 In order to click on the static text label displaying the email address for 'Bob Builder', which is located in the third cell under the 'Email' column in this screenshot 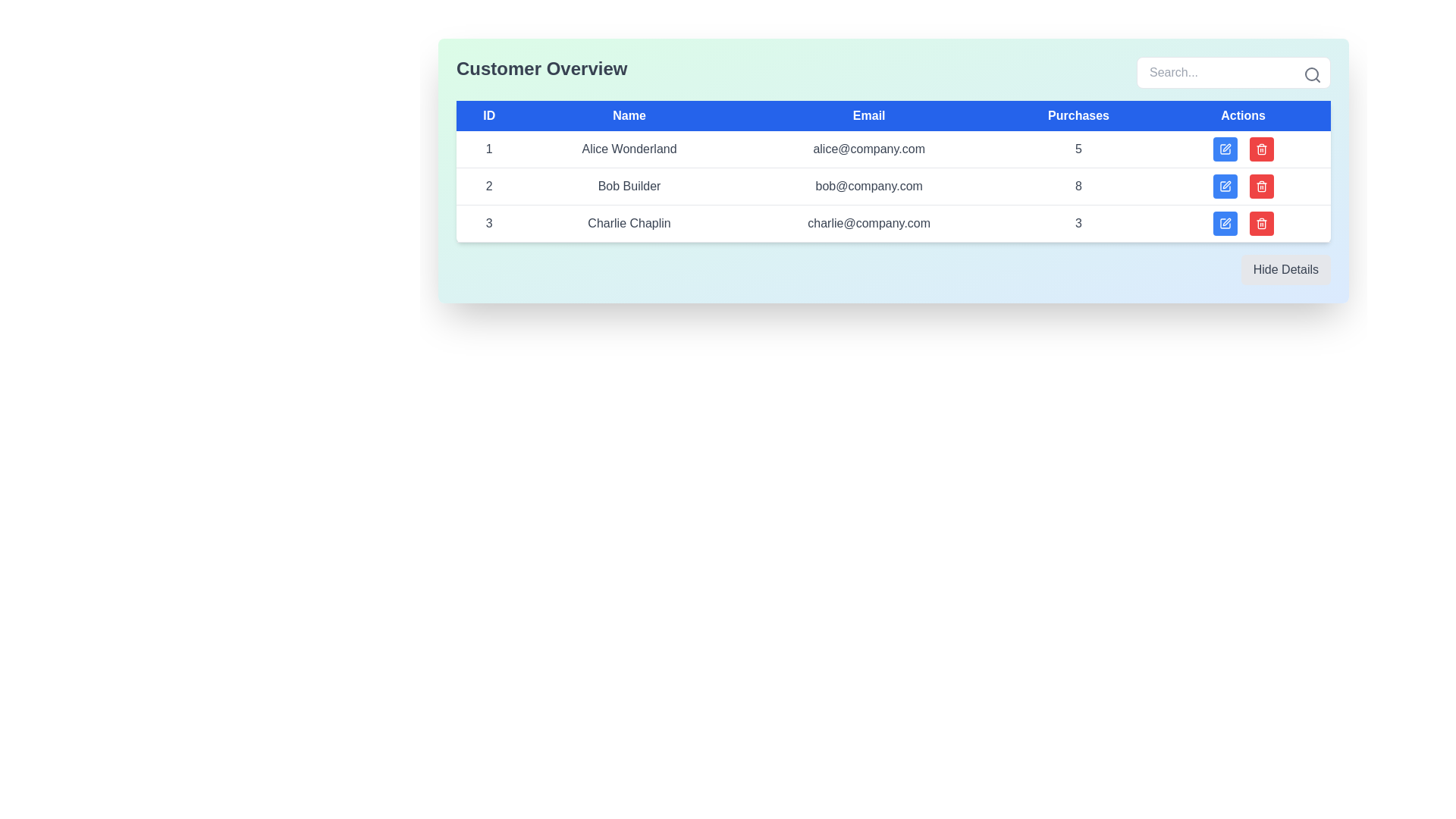, I will do `click(869, 186)`.